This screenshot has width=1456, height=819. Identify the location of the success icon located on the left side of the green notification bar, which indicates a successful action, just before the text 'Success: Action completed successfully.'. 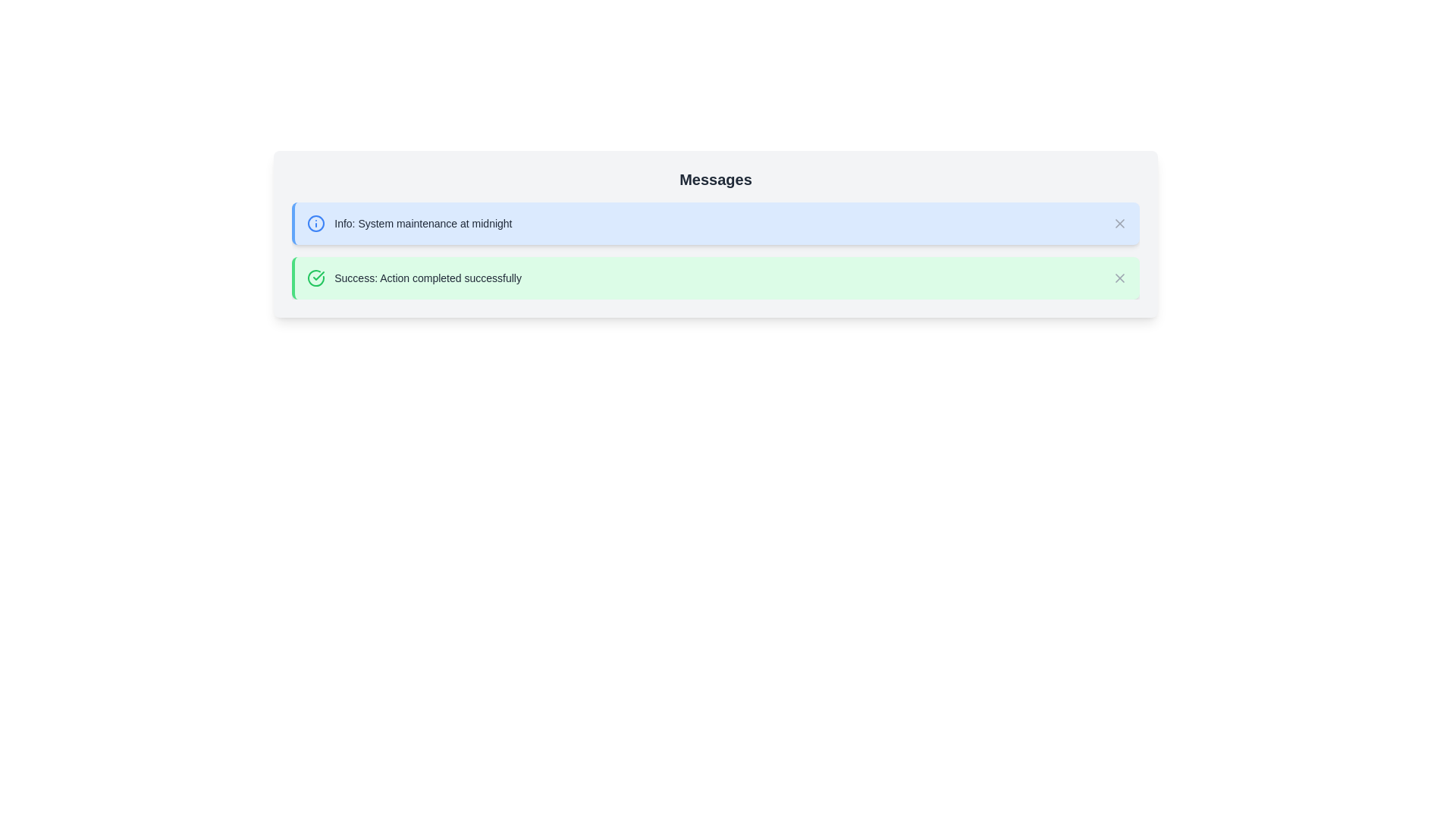
(315, 278).